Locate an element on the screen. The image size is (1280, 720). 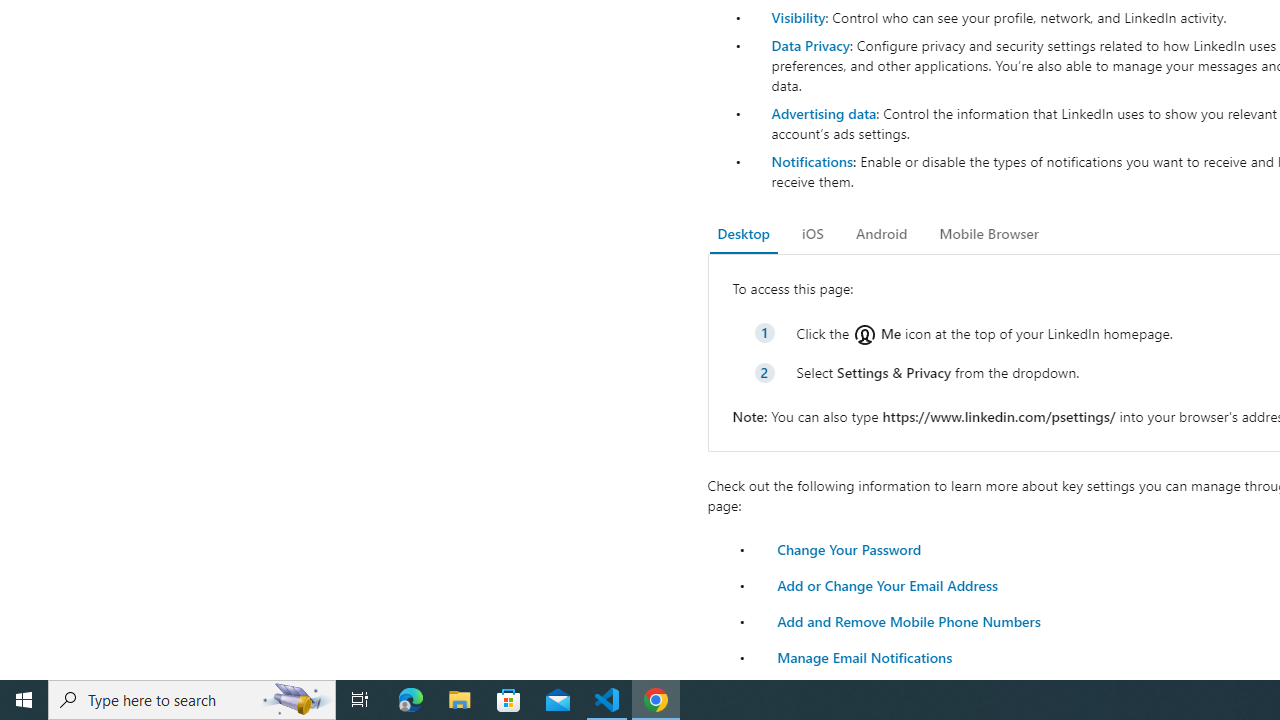
'Add or Change Your Email Address' is located at coordinates (886, 585).